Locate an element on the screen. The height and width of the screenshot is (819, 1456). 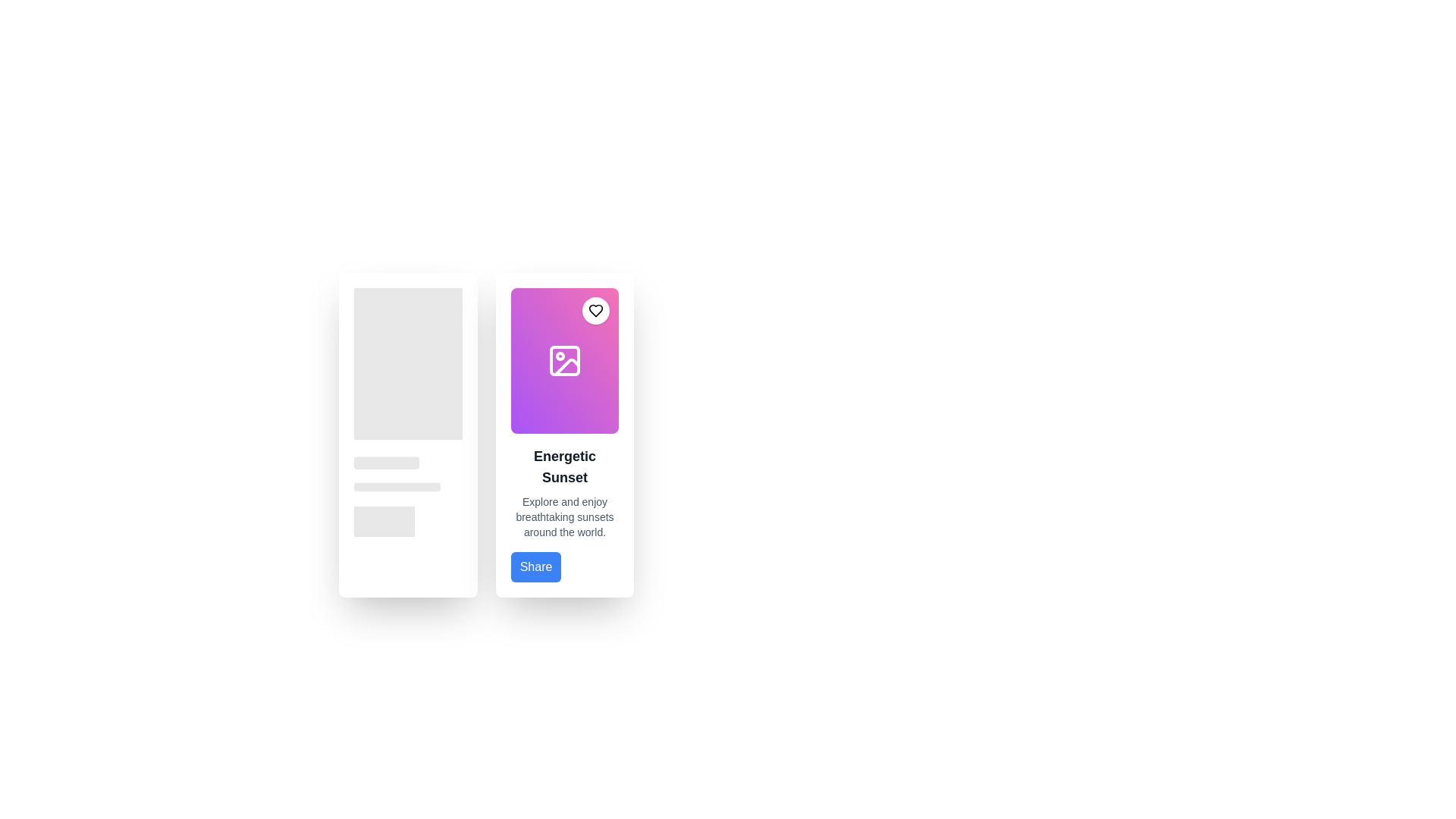
the informational subtitle text label located beneath the title 'Energetic Sunset' in the card-like structure is located at coordinates (563, 516).